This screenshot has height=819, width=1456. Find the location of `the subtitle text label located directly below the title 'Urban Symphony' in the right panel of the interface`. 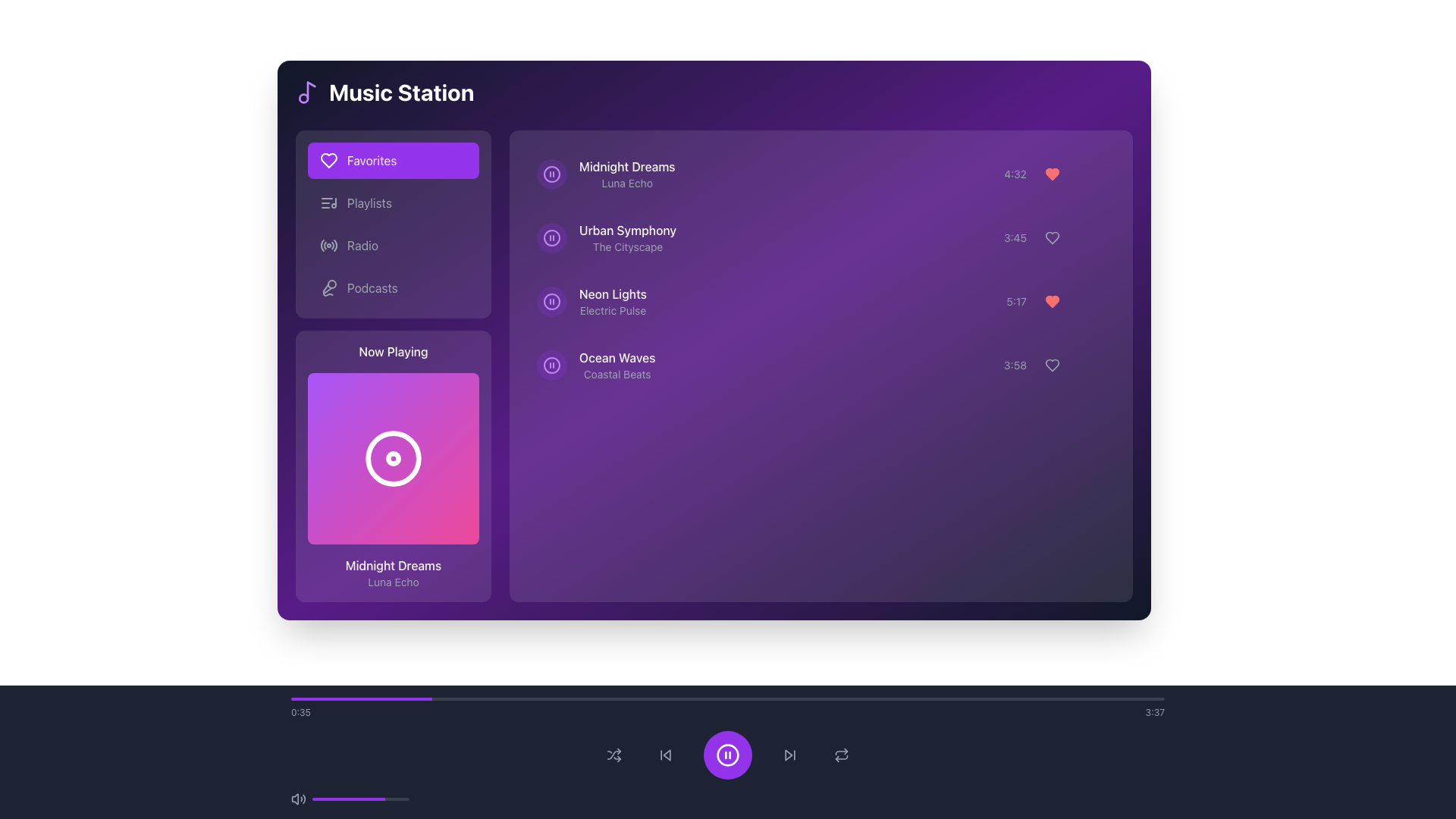

the subtitle text label located directly below the title 'Urban Symphony' in the right panel of the interface is located at coordinates (628, 246).